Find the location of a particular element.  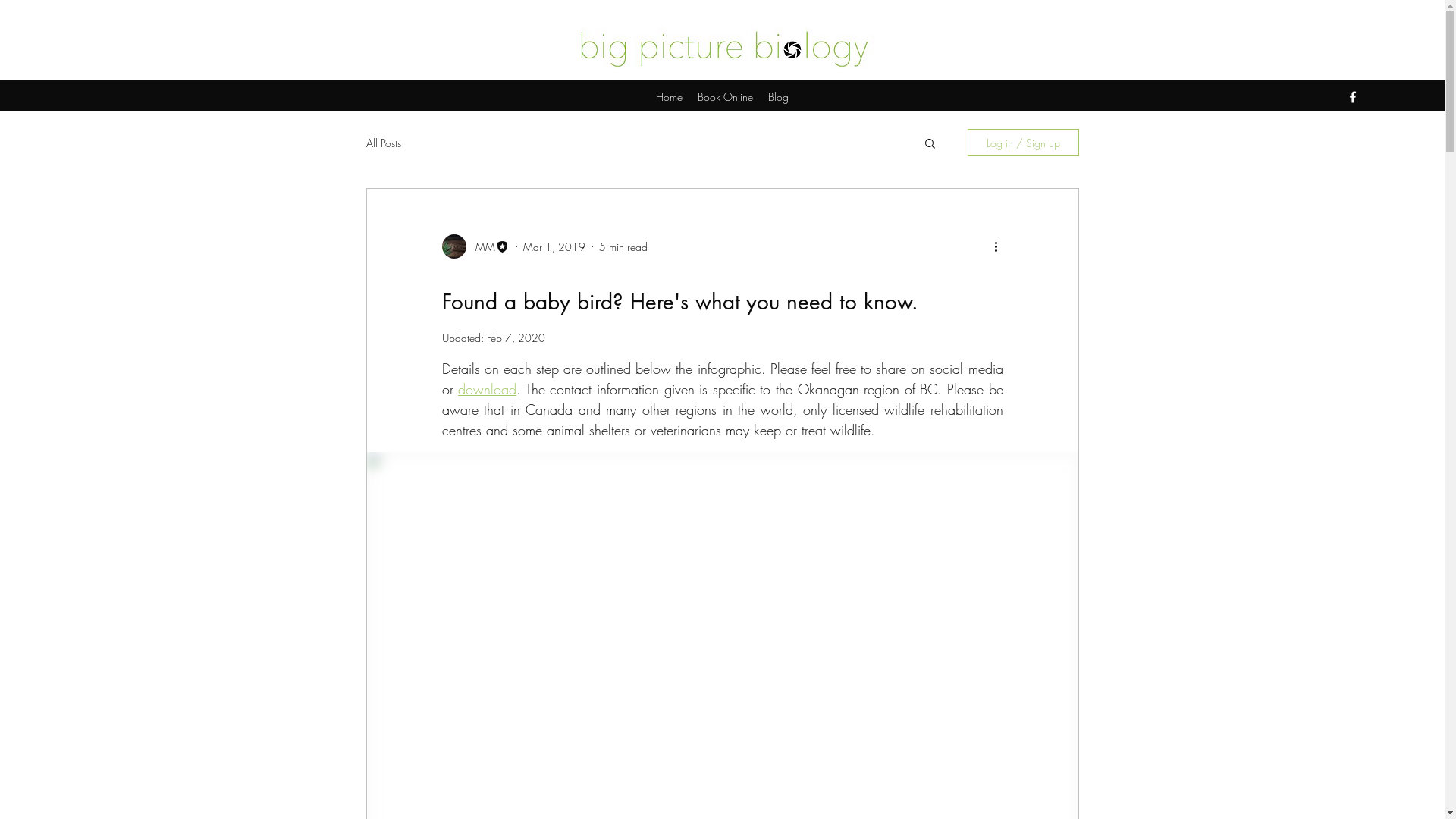

'Home' is located at coordinates (668, 96).